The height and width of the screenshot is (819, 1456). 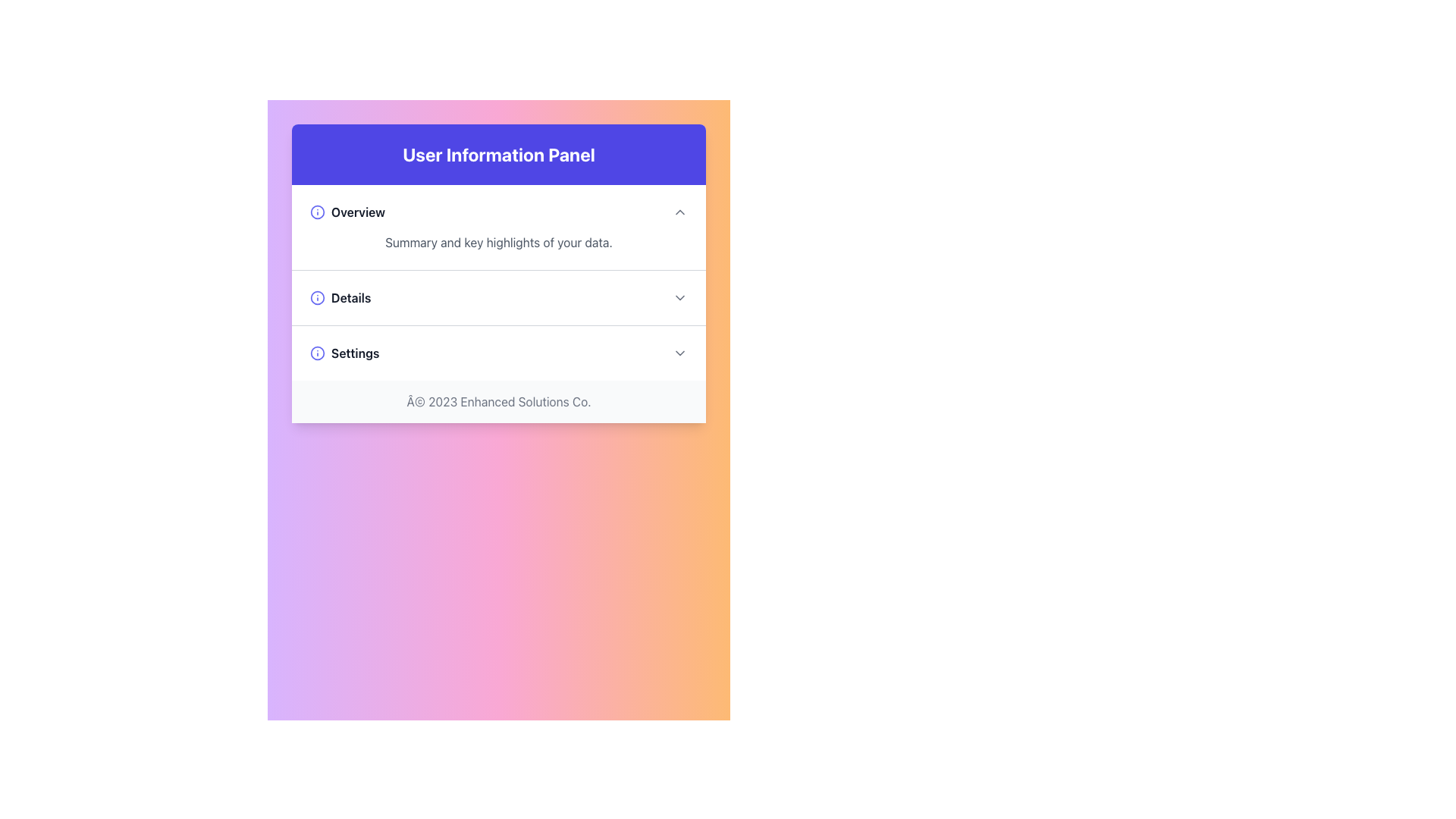 What do you see at coordinates (498, 298) in the screenshot?
I see `the Collapsible Section Header for 'Details' in the User Information Panel to navigate through the interface` at bounding box center [498, 298].